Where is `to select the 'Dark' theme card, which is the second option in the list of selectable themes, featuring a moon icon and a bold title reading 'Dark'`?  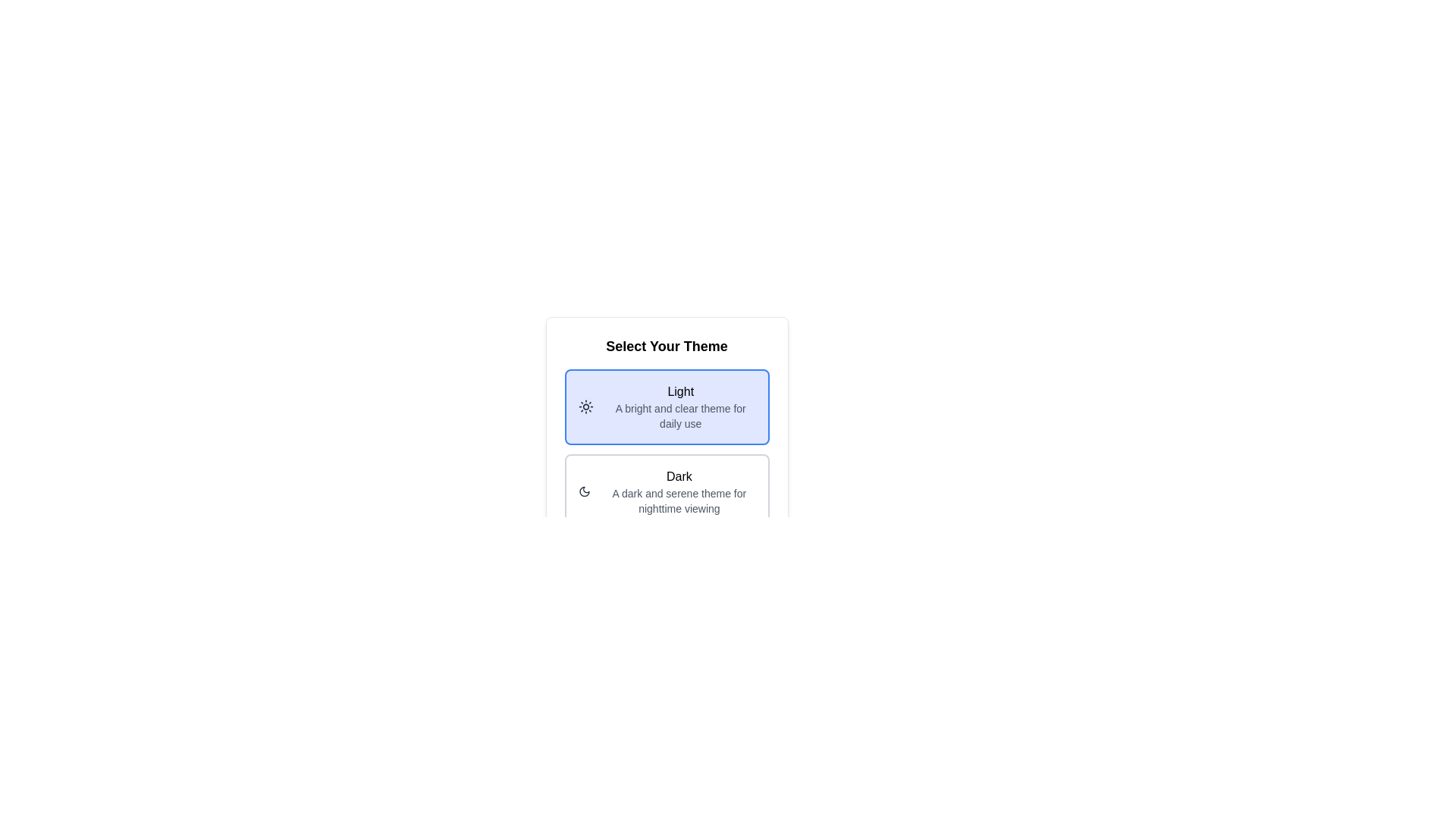
to select the 'Dark' theme card, which is the second option in the list of selectable themes, featuring a moon icon and a bold title reading 'Dark' is located at coordinates (667, 491).